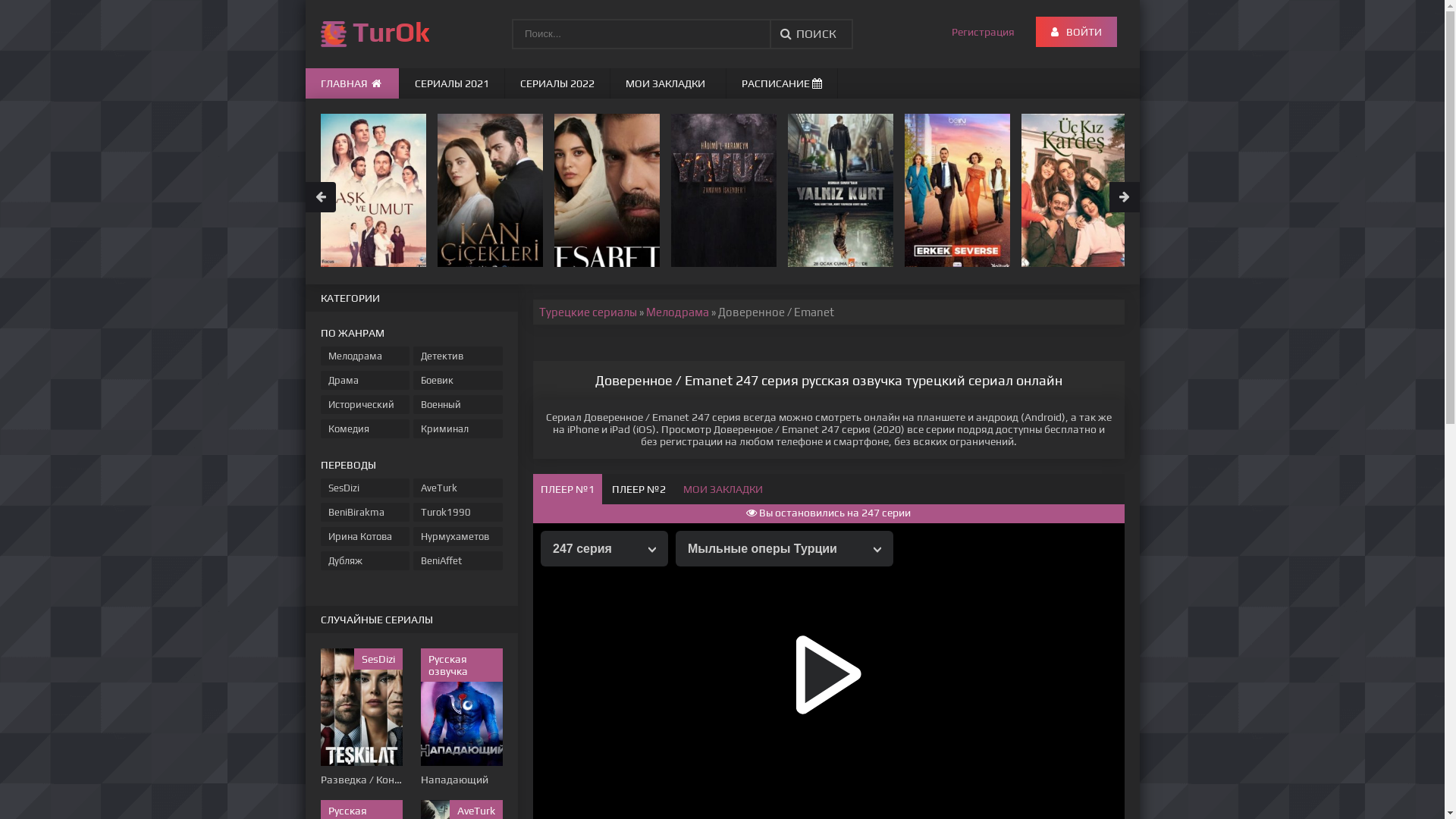 The height and width of the screenshot is (819, 1456). I want to click on 'SesDizi', so click(364, 488).